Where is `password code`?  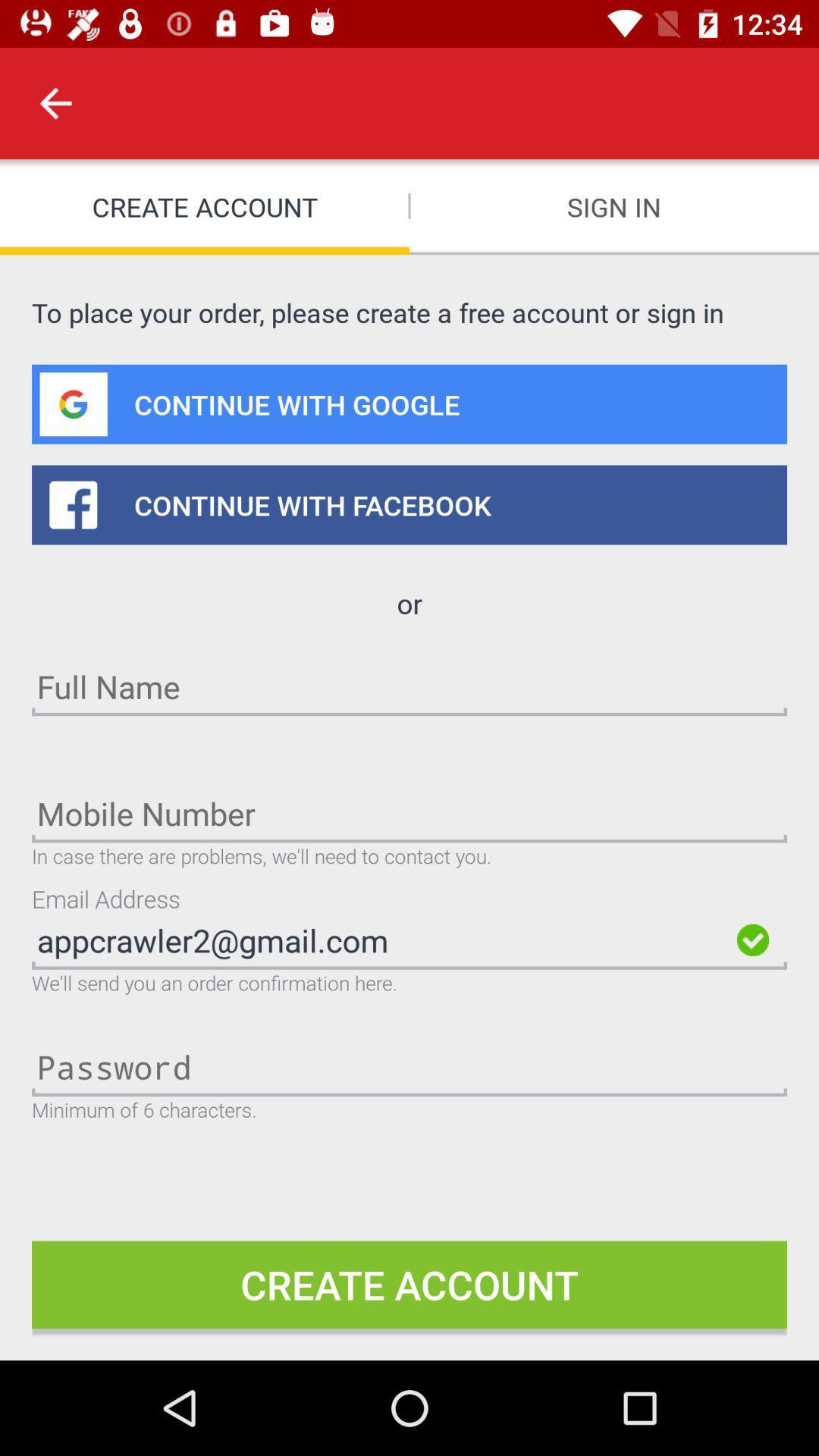
password code is located at coordinates (409, 1065).